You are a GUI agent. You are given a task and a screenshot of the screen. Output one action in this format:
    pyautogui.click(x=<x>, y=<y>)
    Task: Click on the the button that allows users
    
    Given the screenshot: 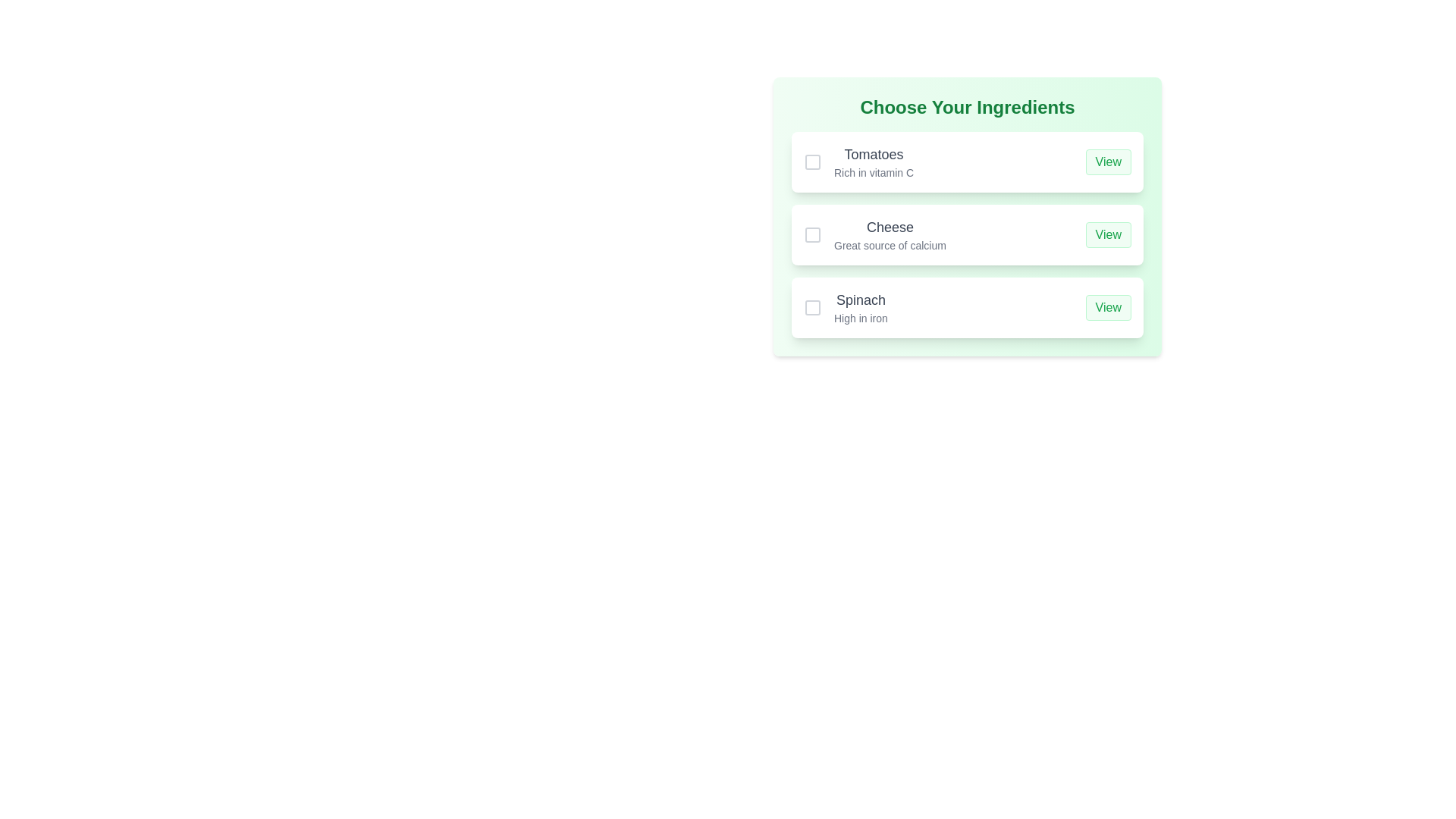 What is the action you would take?
    pyautogui.click(x=1108, y=162)
    